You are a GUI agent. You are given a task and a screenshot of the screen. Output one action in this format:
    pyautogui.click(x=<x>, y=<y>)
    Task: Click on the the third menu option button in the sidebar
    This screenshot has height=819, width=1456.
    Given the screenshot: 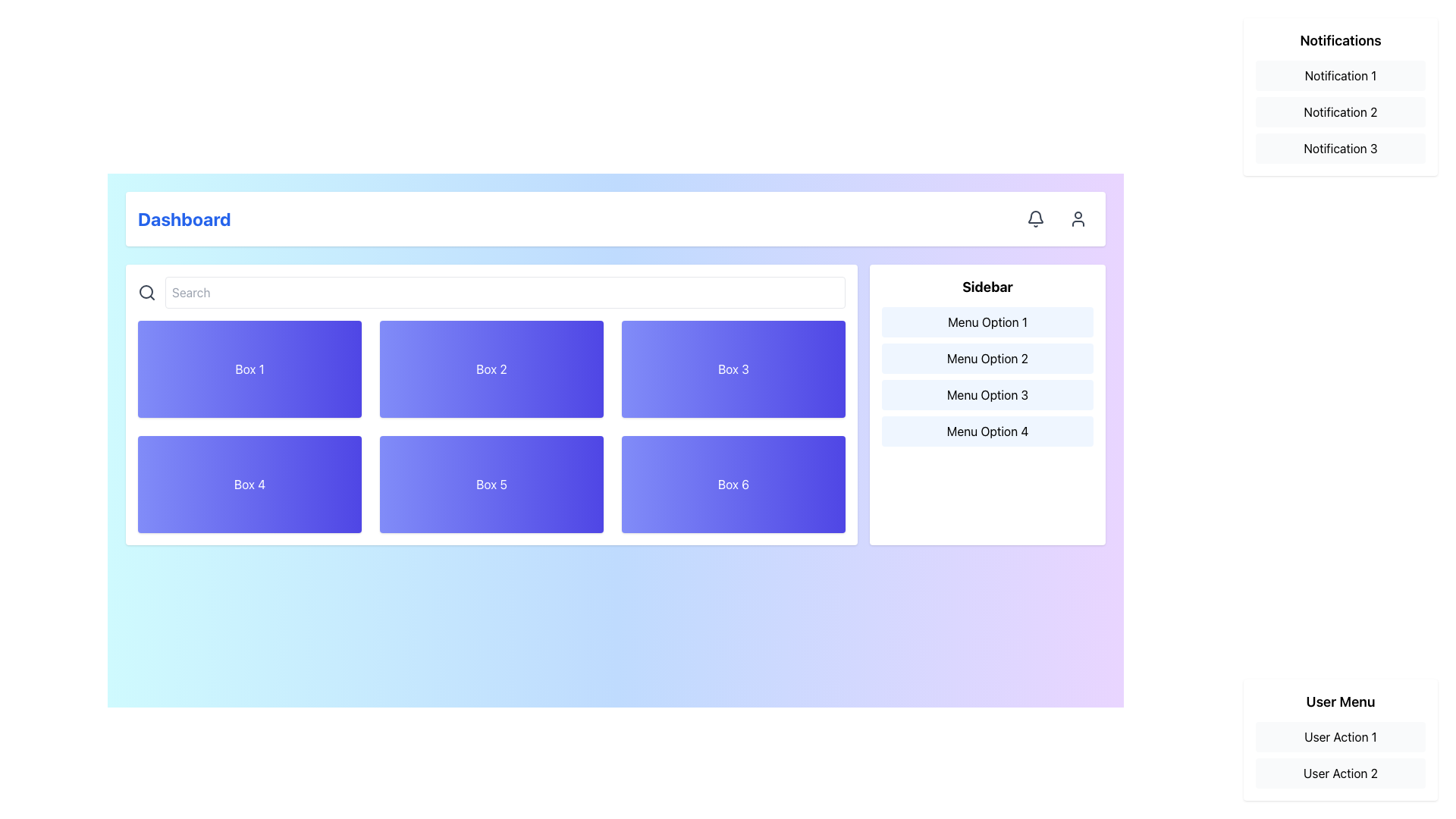 What is the action you would take?
    pyautogui.click(x=987, y=394)
    